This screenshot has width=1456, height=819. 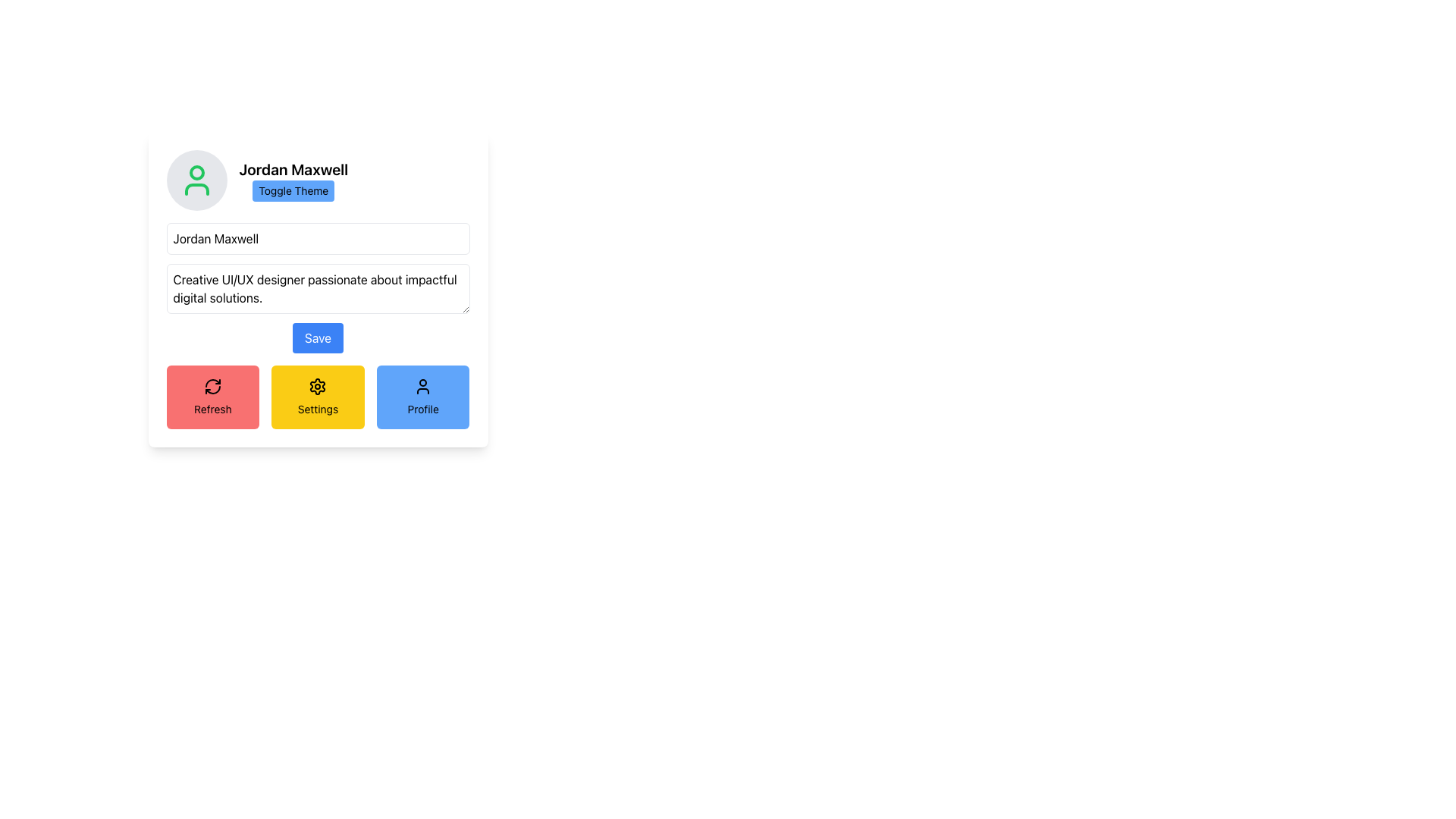 I want to click on the cogwheel or gear icon within the yellow rounded rectangle background, so click(x=317, y=385).